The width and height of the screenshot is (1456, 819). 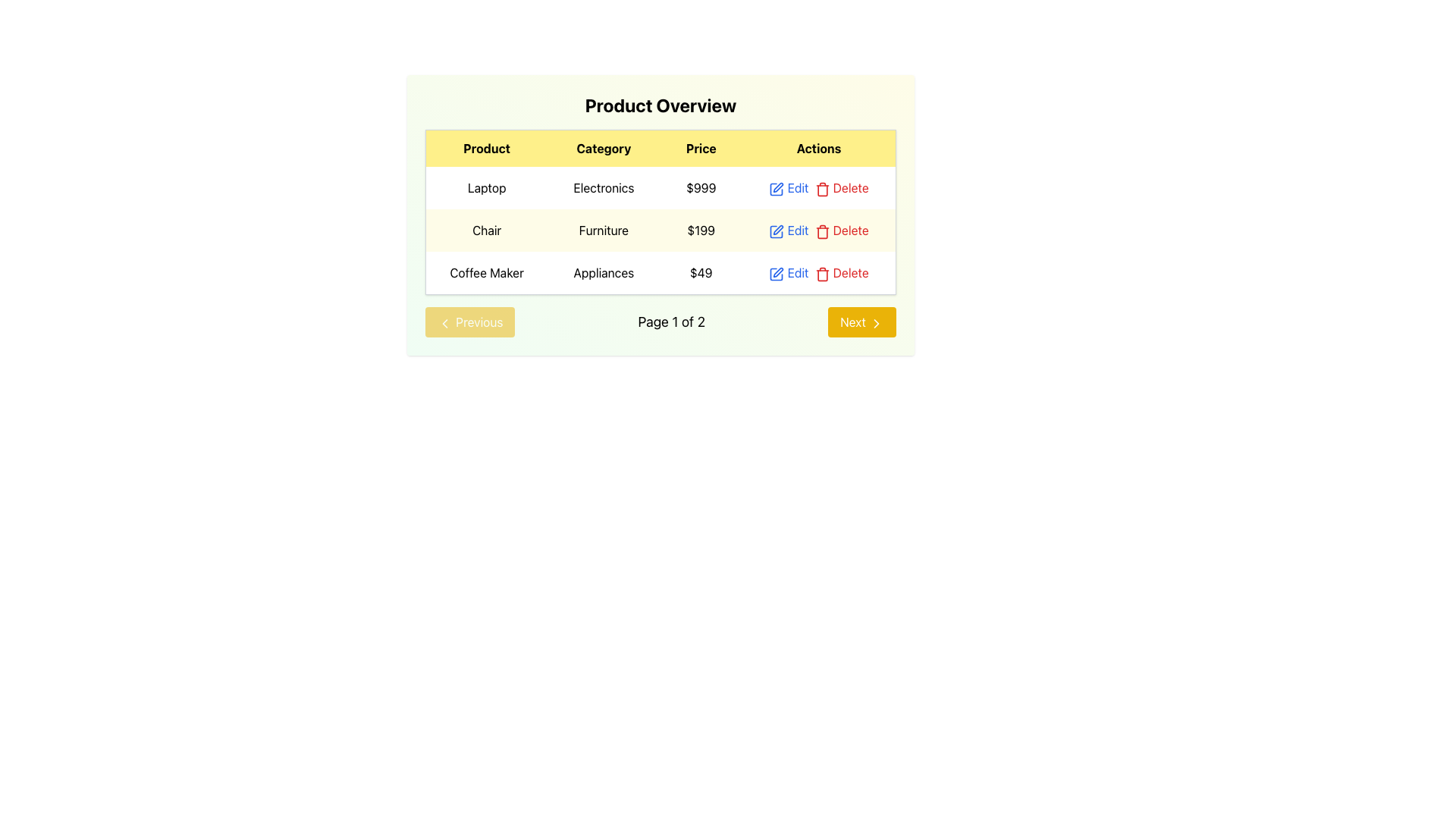 What do you see at coordinates (776, 231) in the screenshot?
I see `the blue pen icon in the 'Actions' column of the second row under the 'Chair' product entry to initiate edit` at bounding box center [776, 231].